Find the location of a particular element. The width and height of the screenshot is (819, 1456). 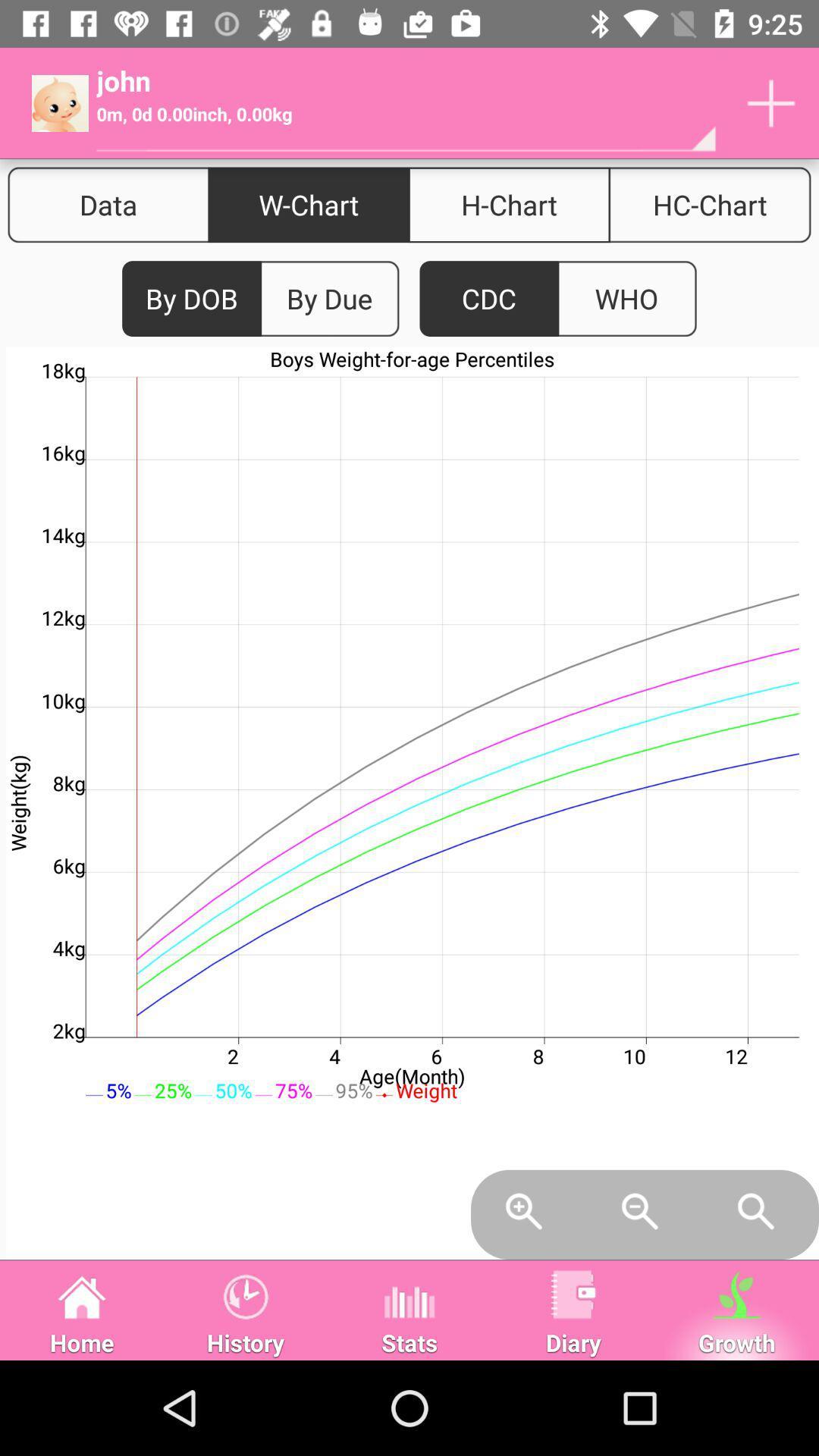

the by dob item is located at coordinates (191, 299).